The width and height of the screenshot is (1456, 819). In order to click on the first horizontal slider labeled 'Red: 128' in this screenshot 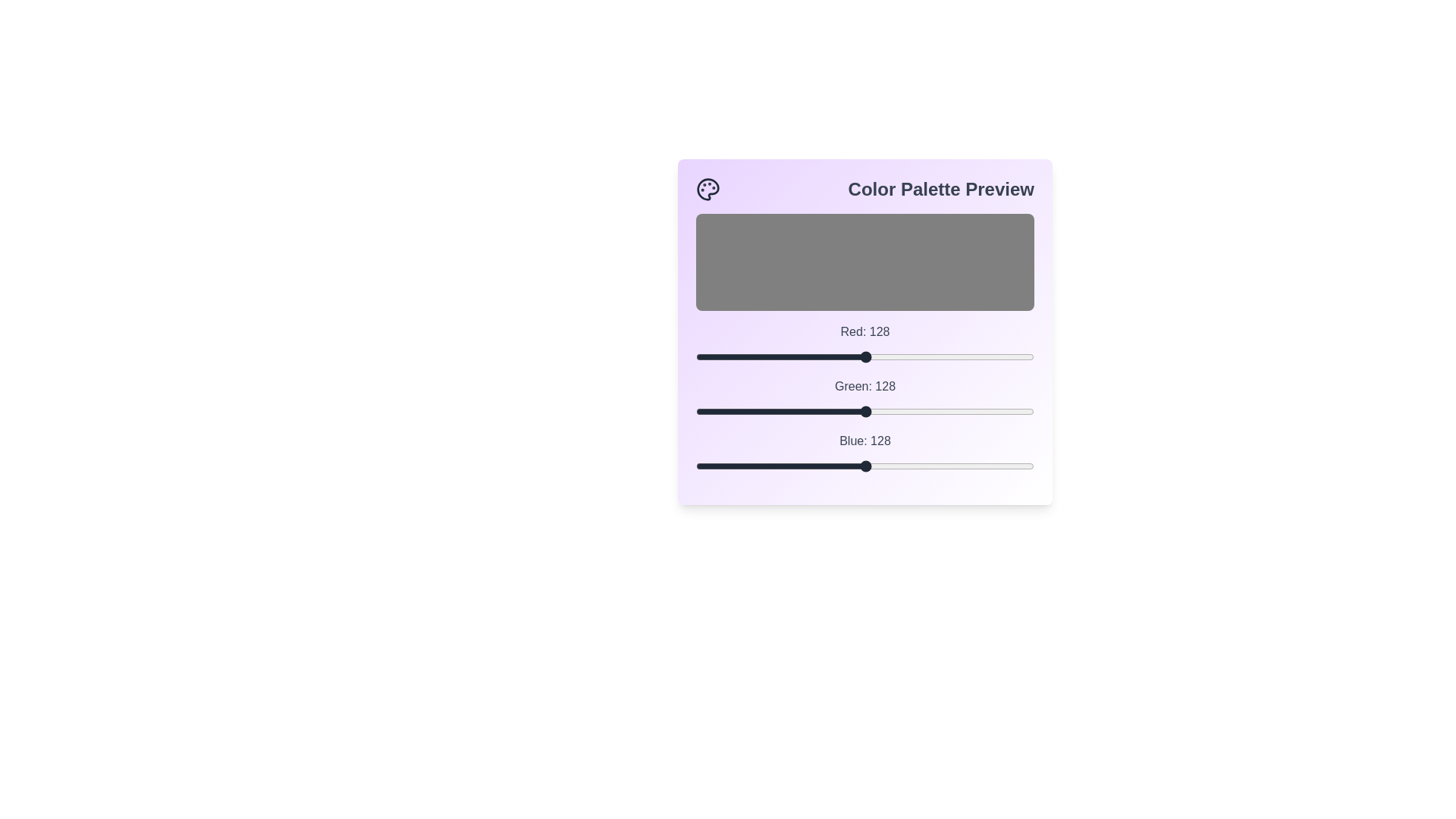, I will do `click(865, 356)`.